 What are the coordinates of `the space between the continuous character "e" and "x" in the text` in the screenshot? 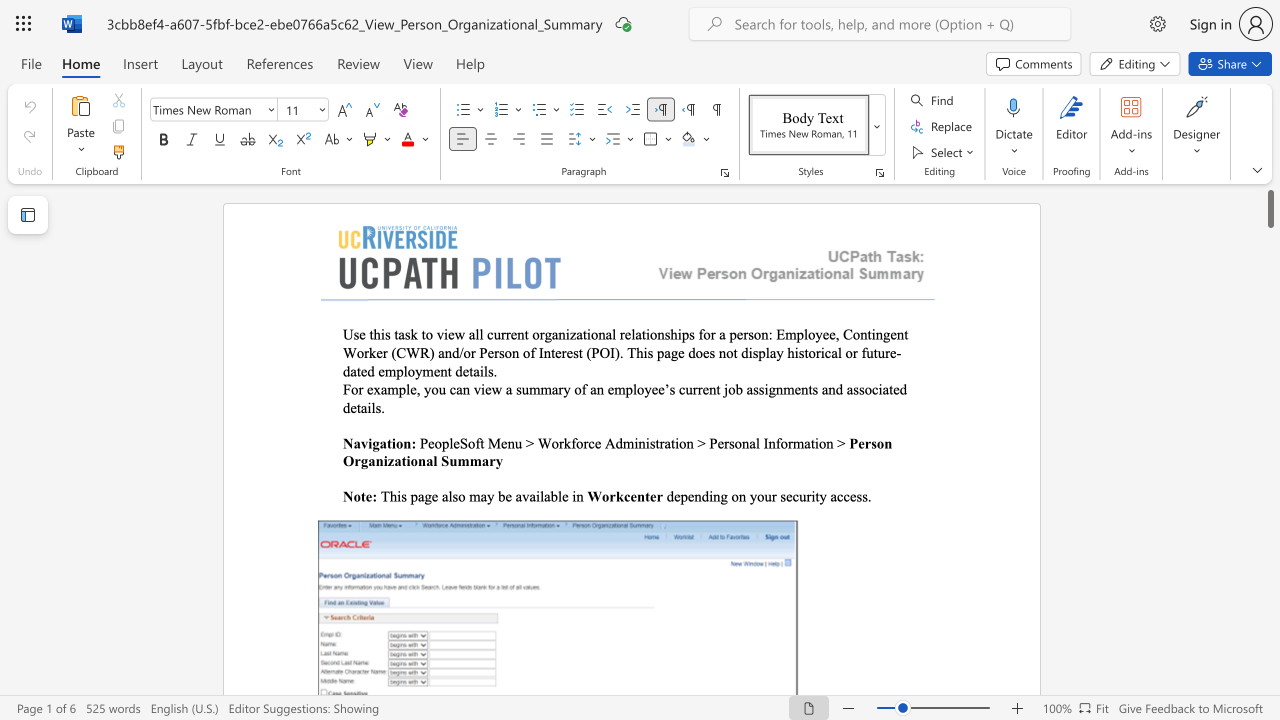 It's located at (373, 389).